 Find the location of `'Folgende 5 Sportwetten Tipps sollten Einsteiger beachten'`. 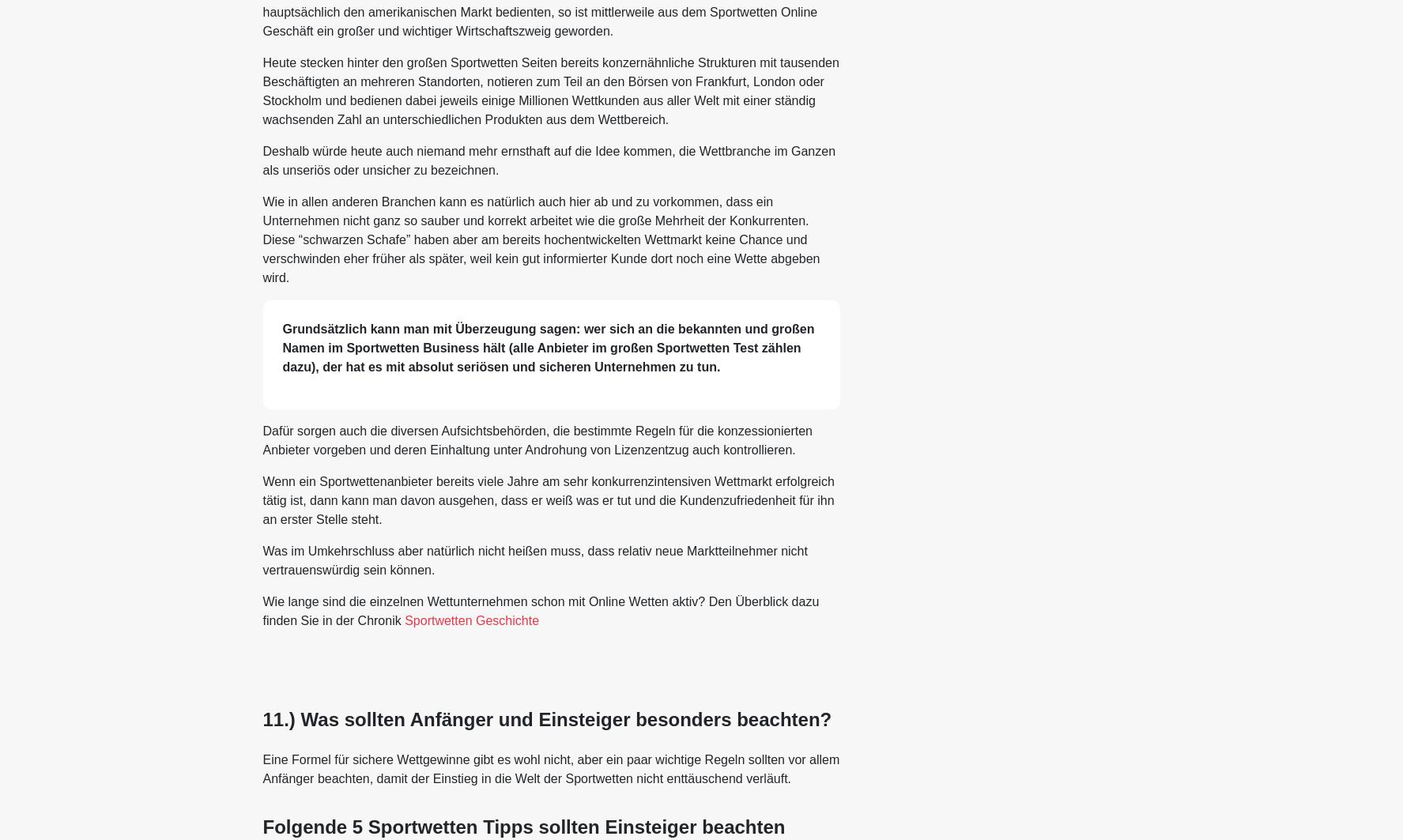

'Folgende 5 Sportwetten Tipps sollten Einsteiger beachten' is located at coordinates (261, 826).